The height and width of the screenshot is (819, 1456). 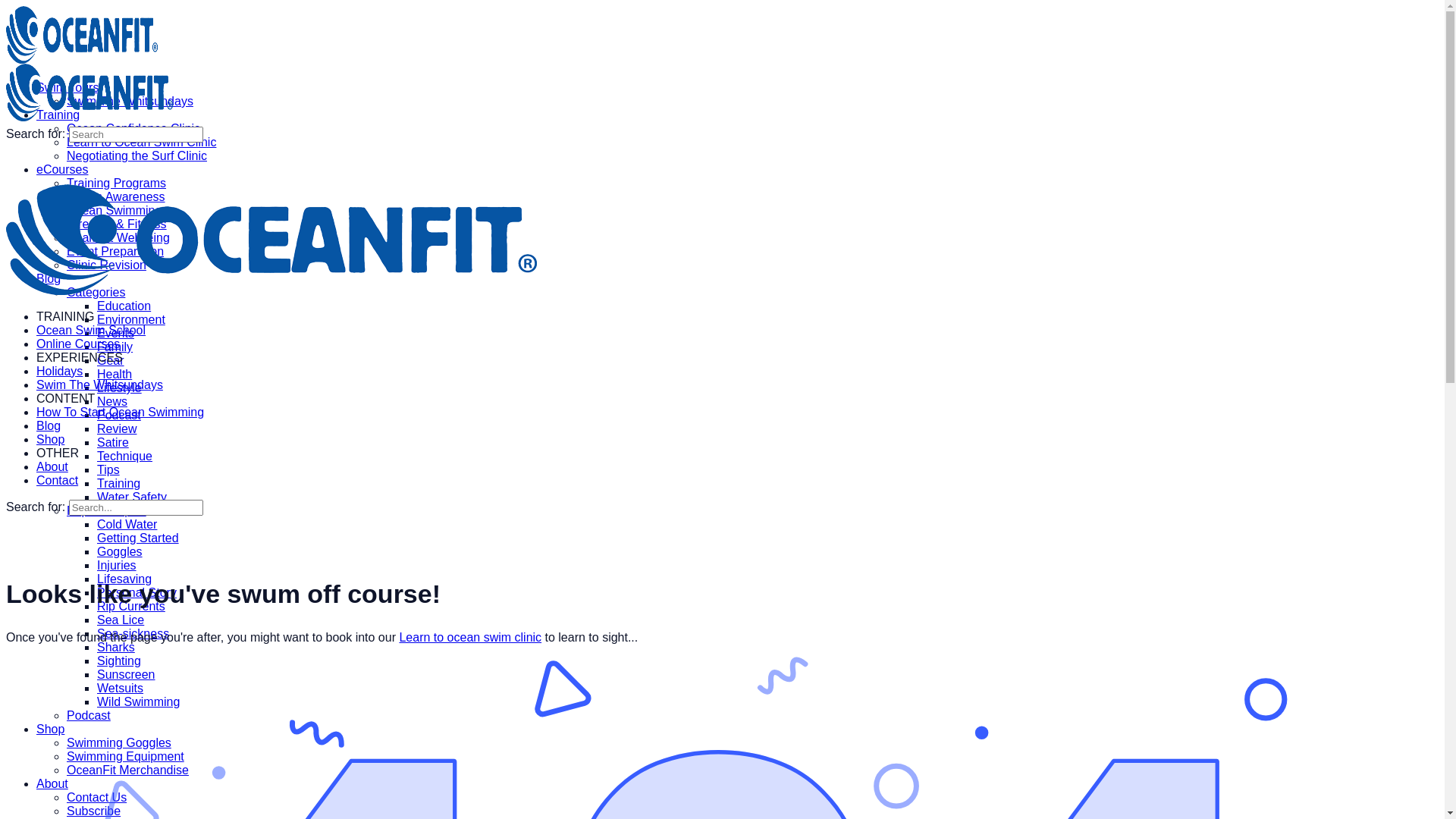 I want to click on 'Review', so click(x=115, y=428).